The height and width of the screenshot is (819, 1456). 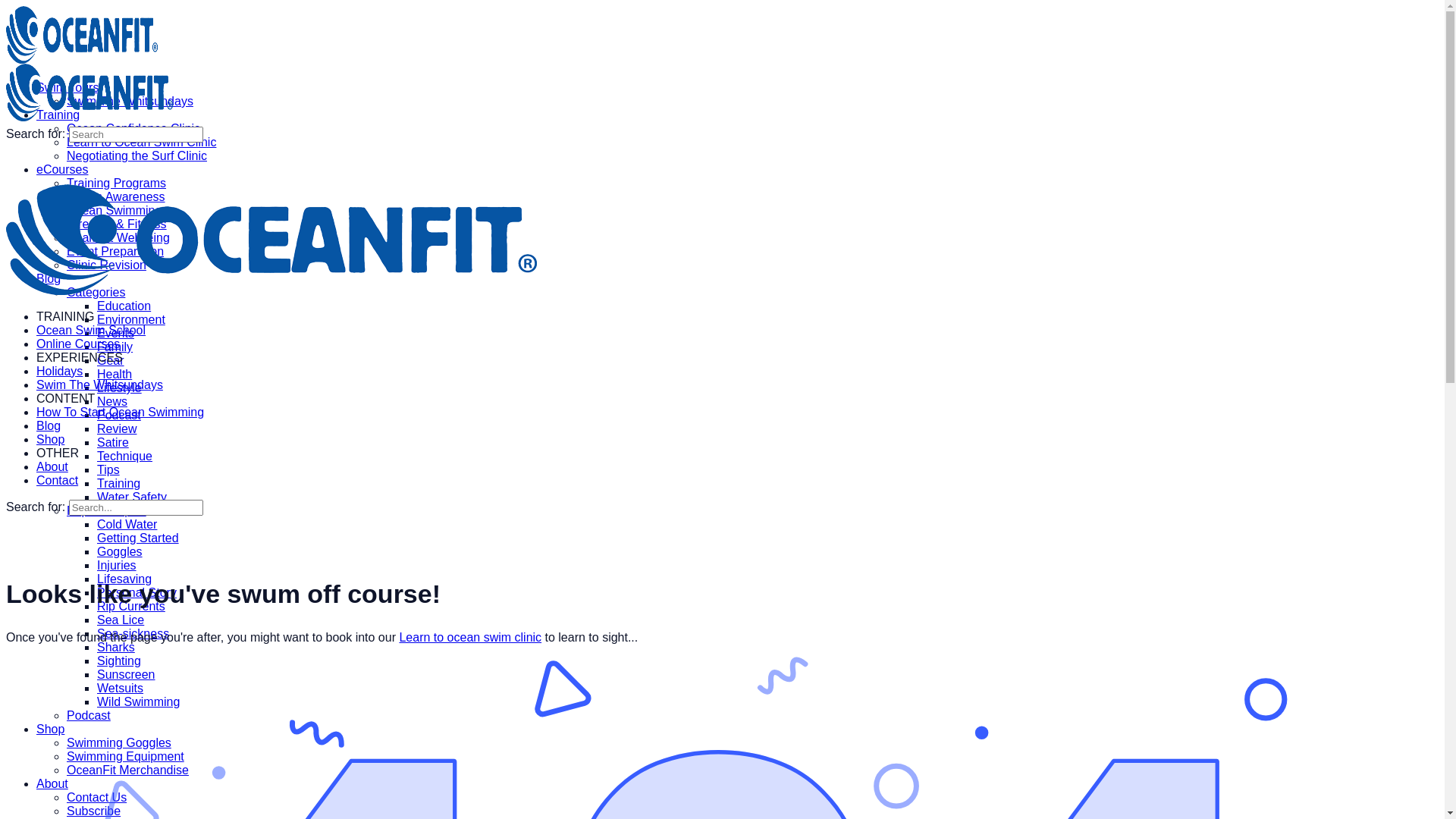 I want to click on 'Review', so click(x=115, y=428).